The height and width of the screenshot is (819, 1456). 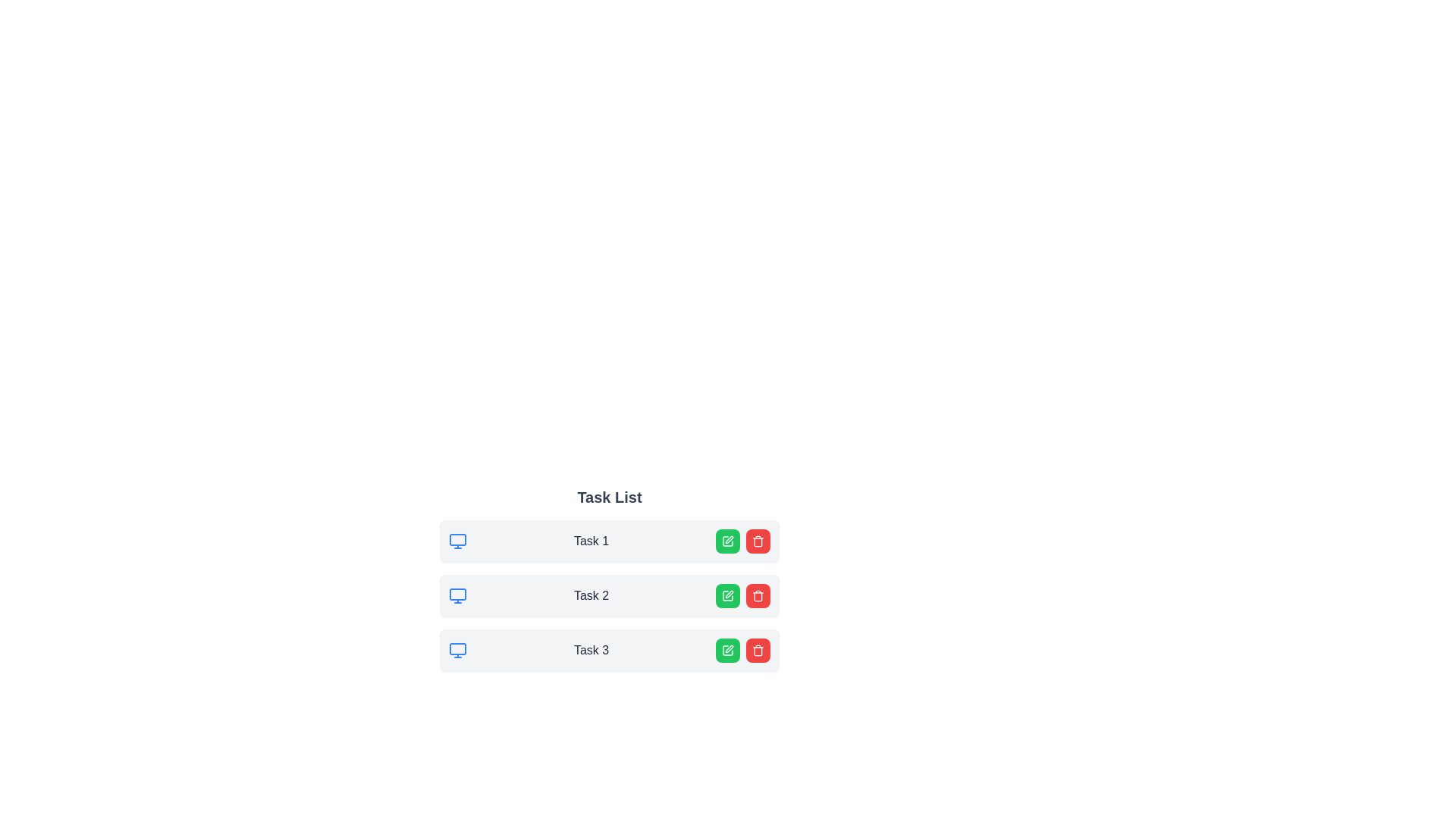 What do you see at coordinates (728, 649) in the screenshot?
I see `the edit button for 'Task 3'` at bounding box center [728, 649].